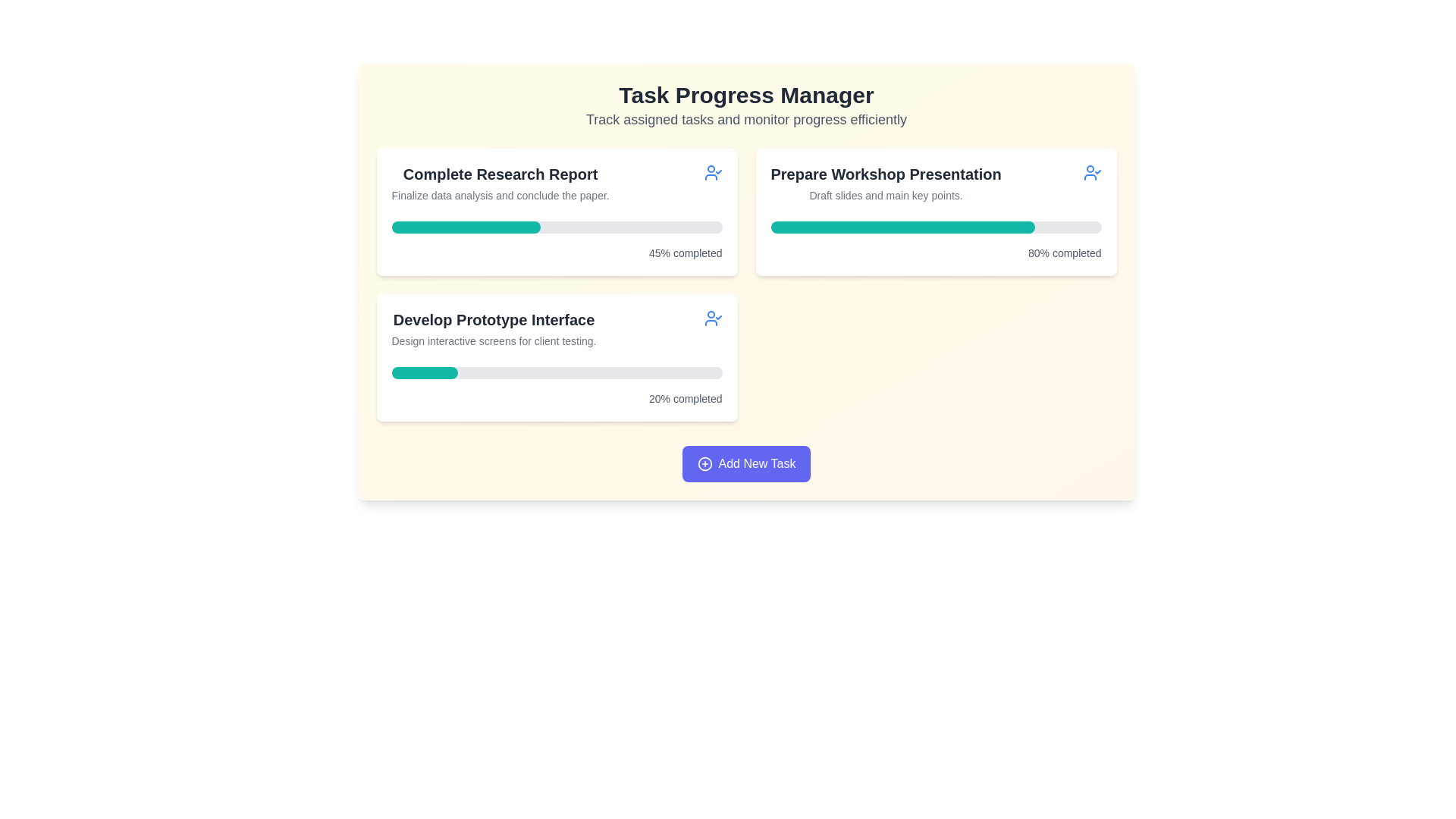 Image resolution: width=1456 pixels, height=819 pixels. Describe the element at coordinates (500, 183) in the screenshot. I see `the Text Block that displays the task title and its description, located in the top-left corner of the grid layout, above the 'Prepare Workshop Presentation' card` at that location.